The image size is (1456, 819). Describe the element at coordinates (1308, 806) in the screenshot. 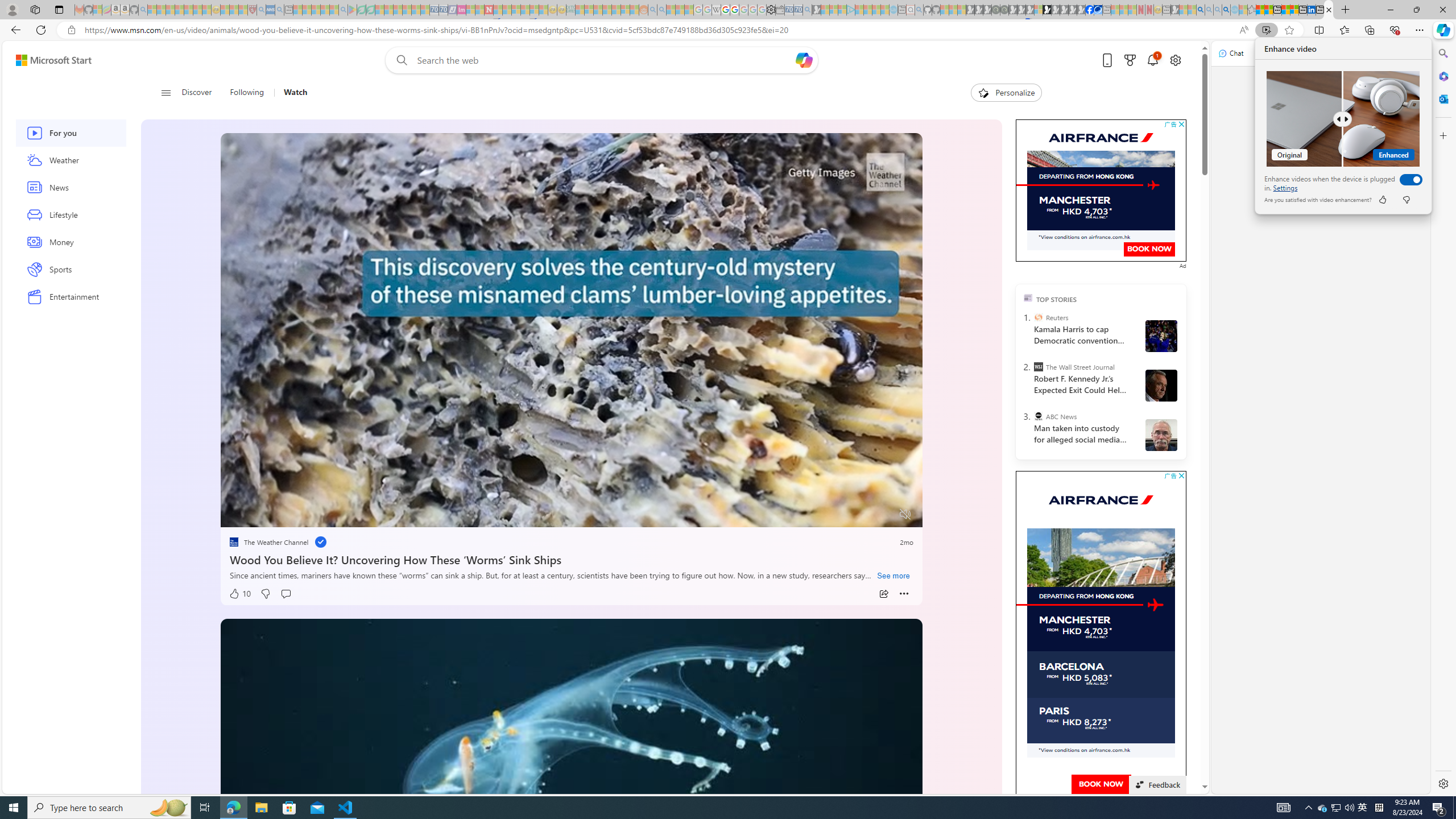

I see `'Notification Chevron'` at that location.